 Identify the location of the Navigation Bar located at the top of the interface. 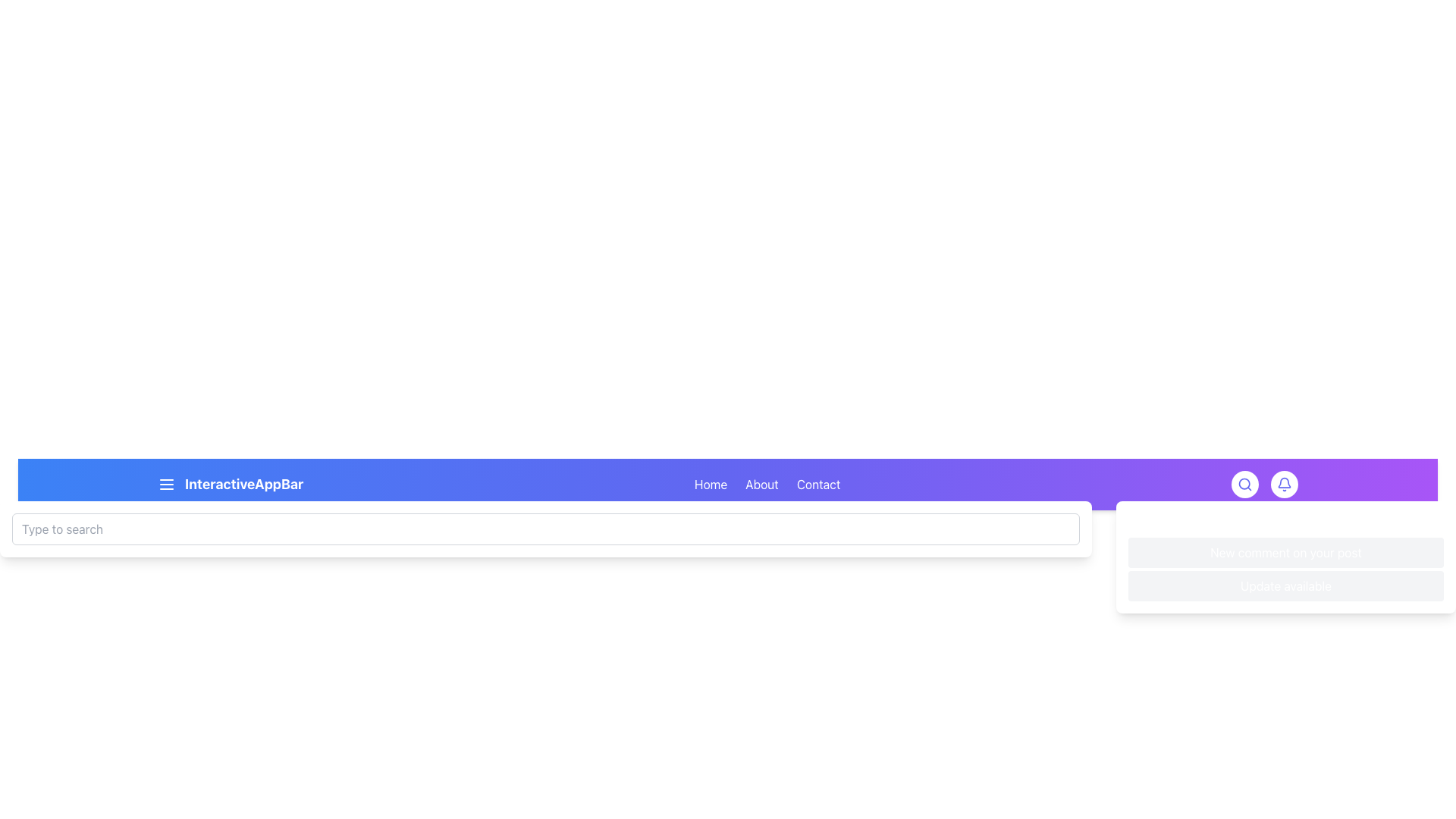
(728, 485).